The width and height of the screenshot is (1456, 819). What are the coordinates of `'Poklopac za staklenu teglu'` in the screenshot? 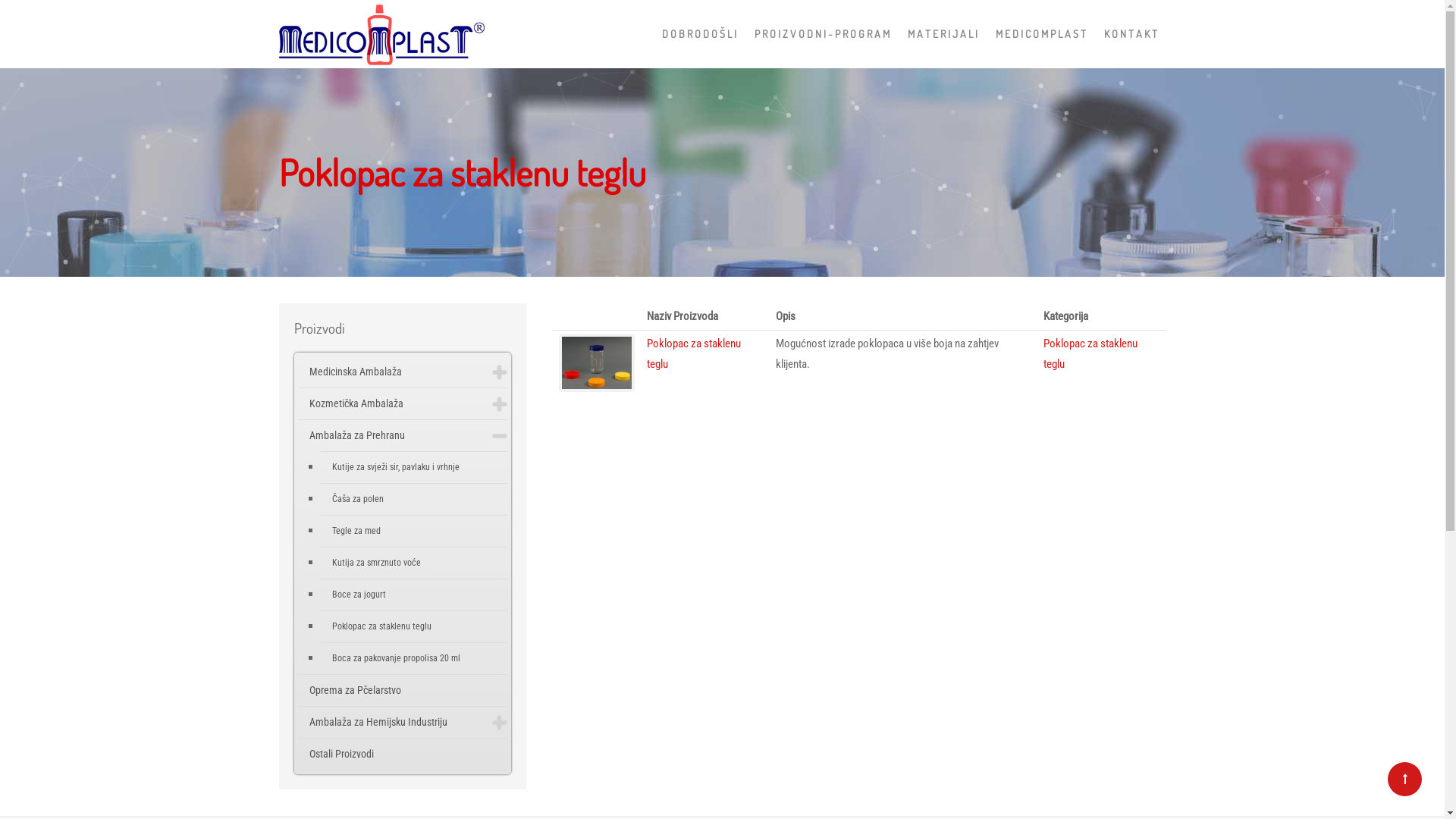 It's located at (693, 353).